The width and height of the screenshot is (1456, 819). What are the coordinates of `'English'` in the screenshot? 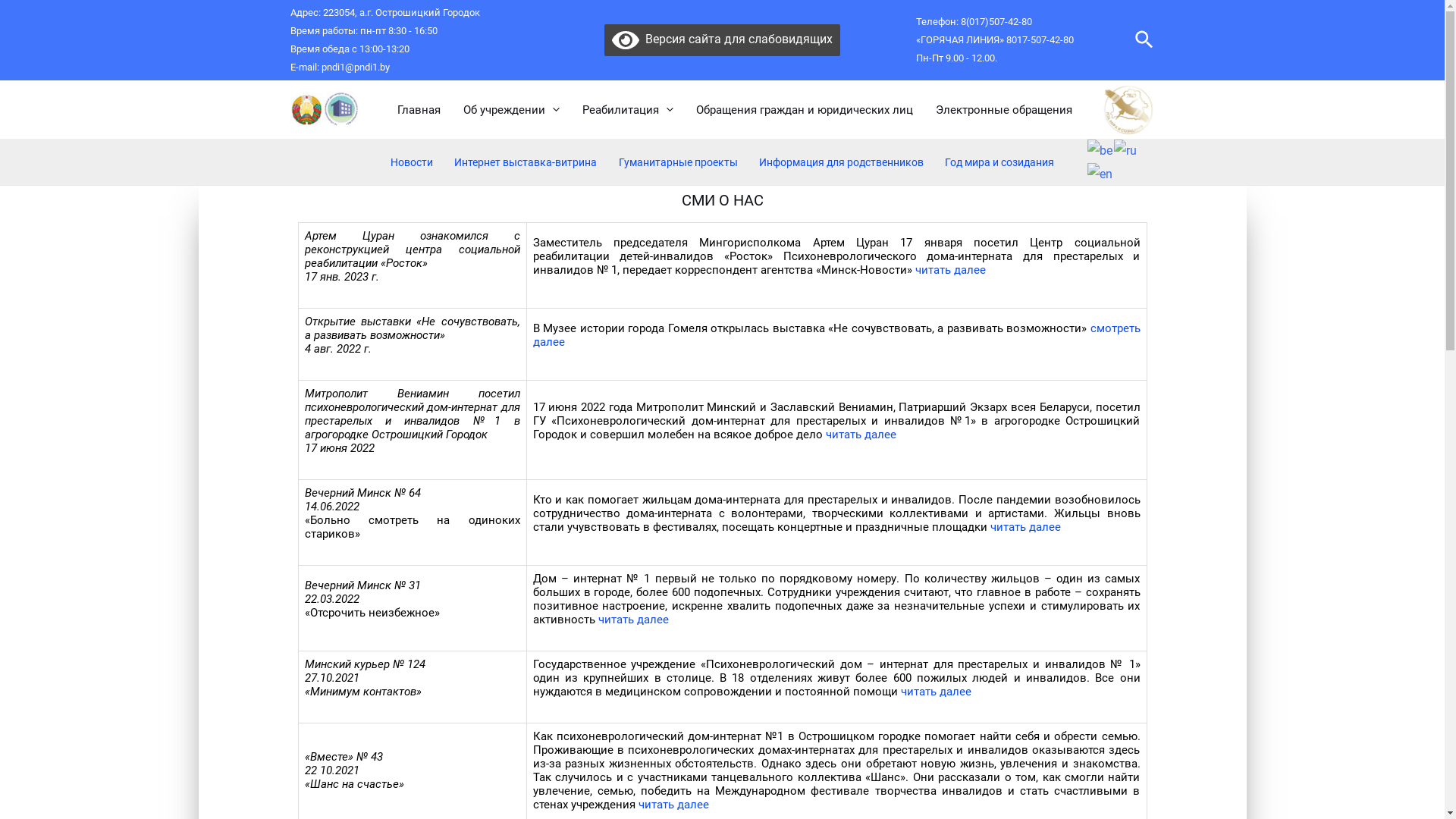 It's located at (1100, 172).